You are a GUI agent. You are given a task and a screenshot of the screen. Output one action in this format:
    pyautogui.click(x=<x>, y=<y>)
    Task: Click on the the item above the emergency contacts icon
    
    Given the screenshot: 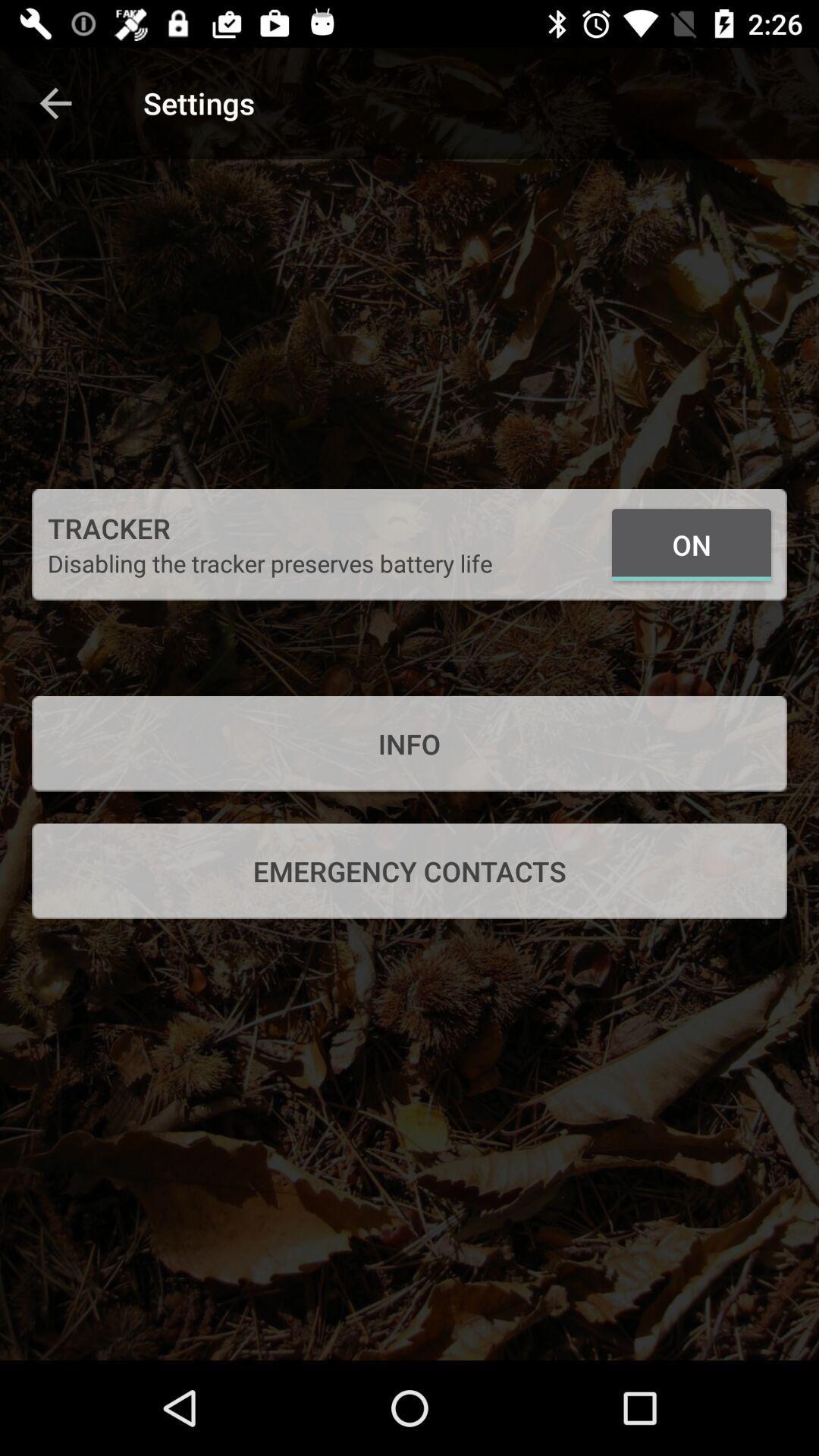 What is the action you would take?
    pyautogui.click(x=409, y=743)
    